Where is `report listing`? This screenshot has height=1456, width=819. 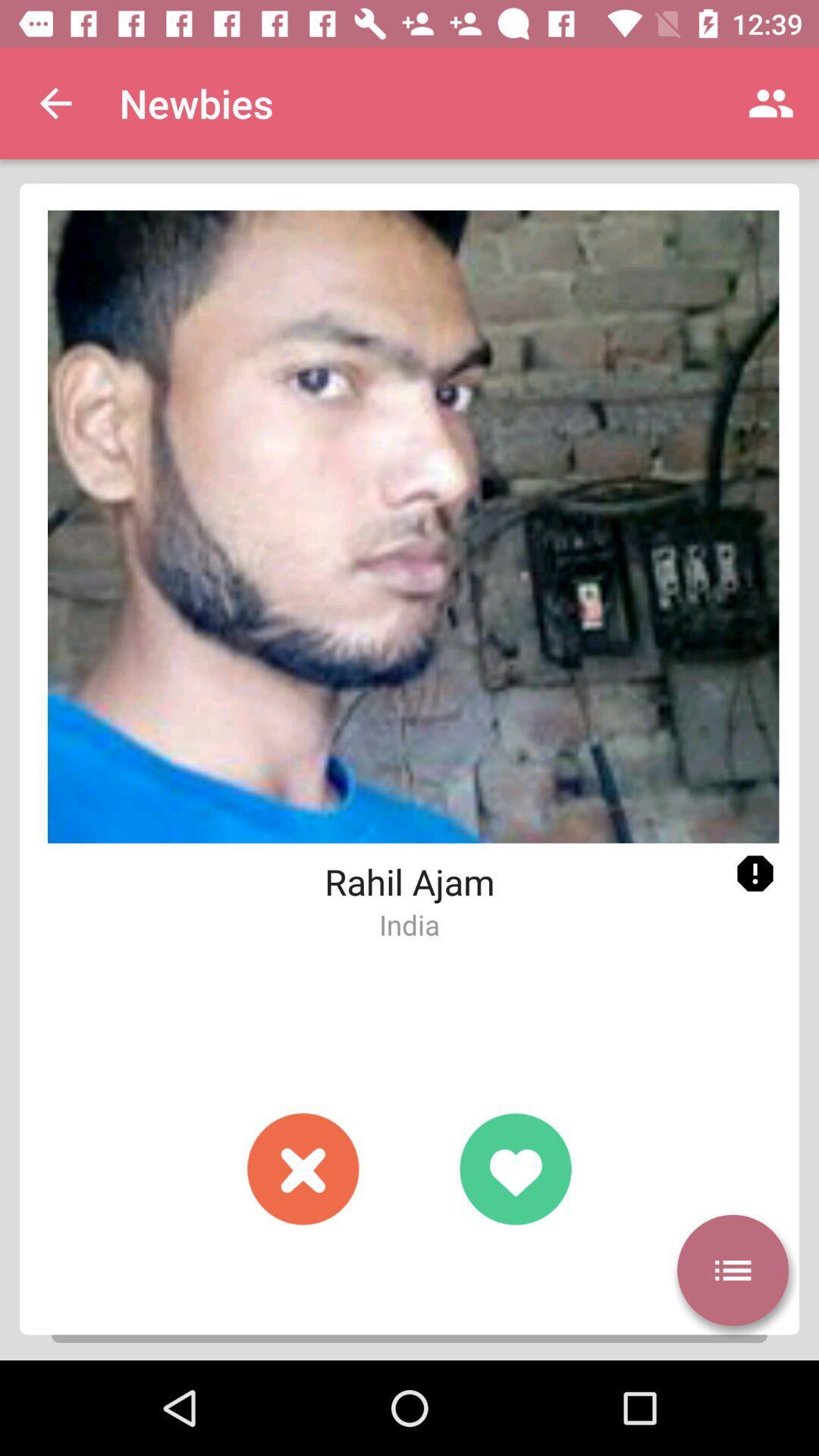
report listing is located at coordinates (755, 874).